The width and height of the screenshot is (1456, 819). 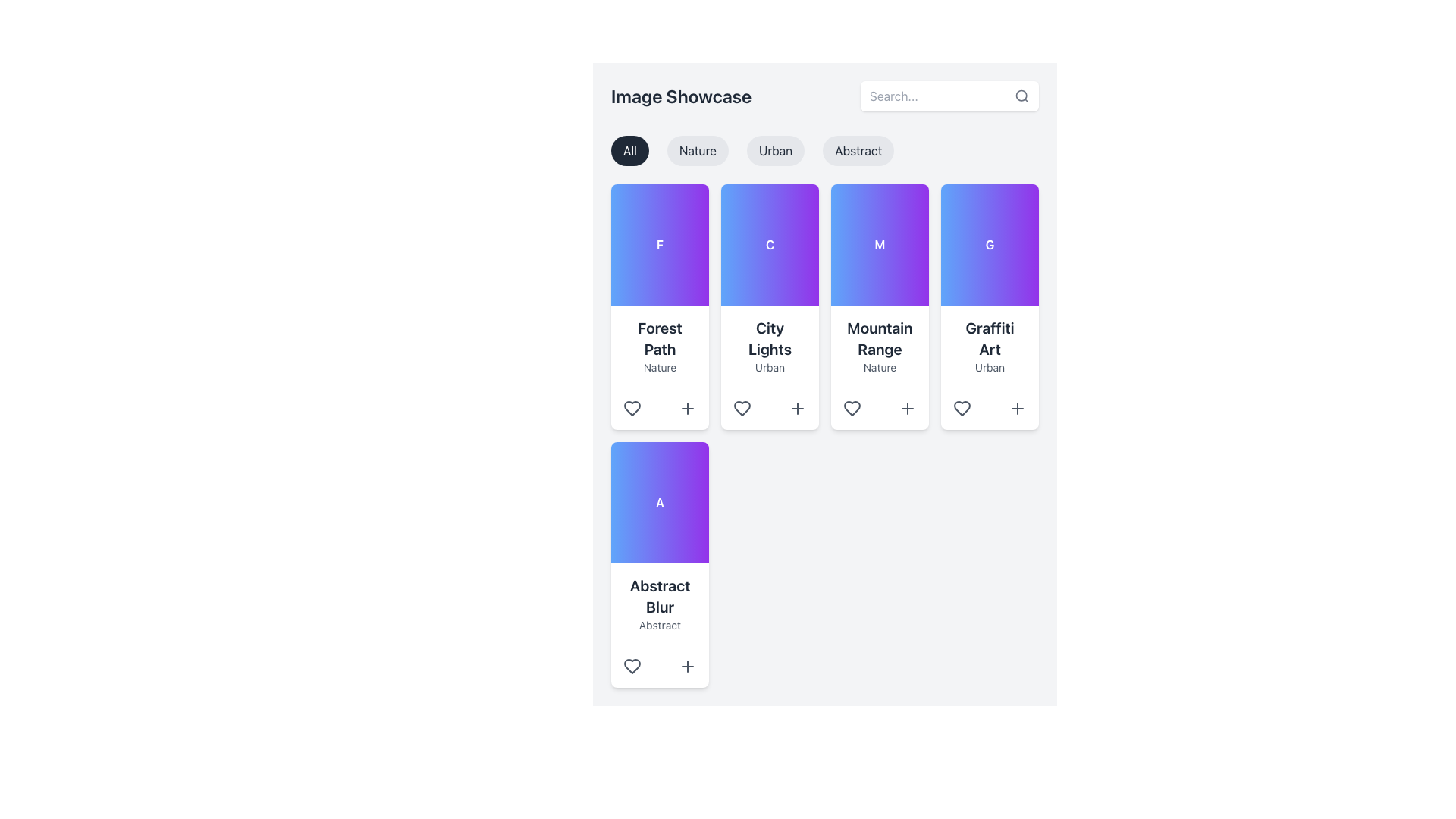 What do you see at coordinates (880, 244) in the screenshot?
I see `the visual placeholder graphic for the 'Mountain Range' card, located in the upper part of the card layout with the title 'Mountain Range' and subtitle 'Nature'` at bounding box center [880, 244].